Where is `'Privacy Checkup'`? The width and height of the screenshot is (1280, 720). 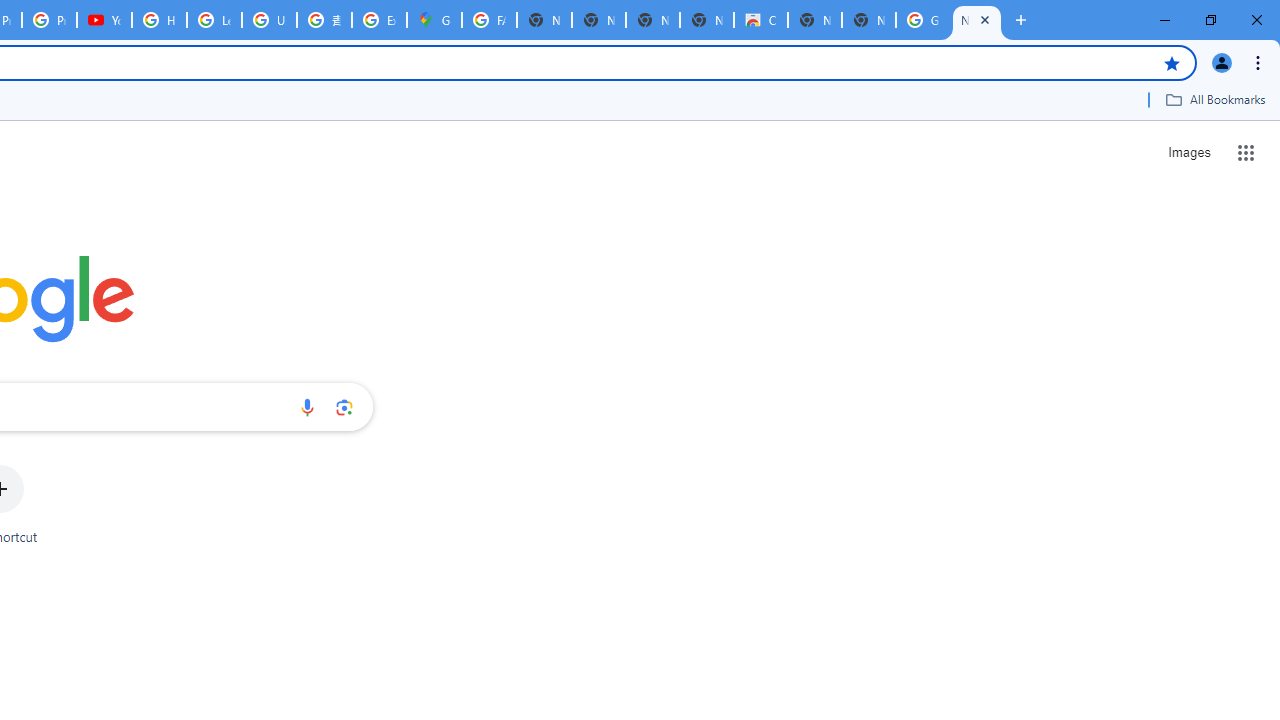 'Privacy Checkup' is located at coordinates (49, 20).